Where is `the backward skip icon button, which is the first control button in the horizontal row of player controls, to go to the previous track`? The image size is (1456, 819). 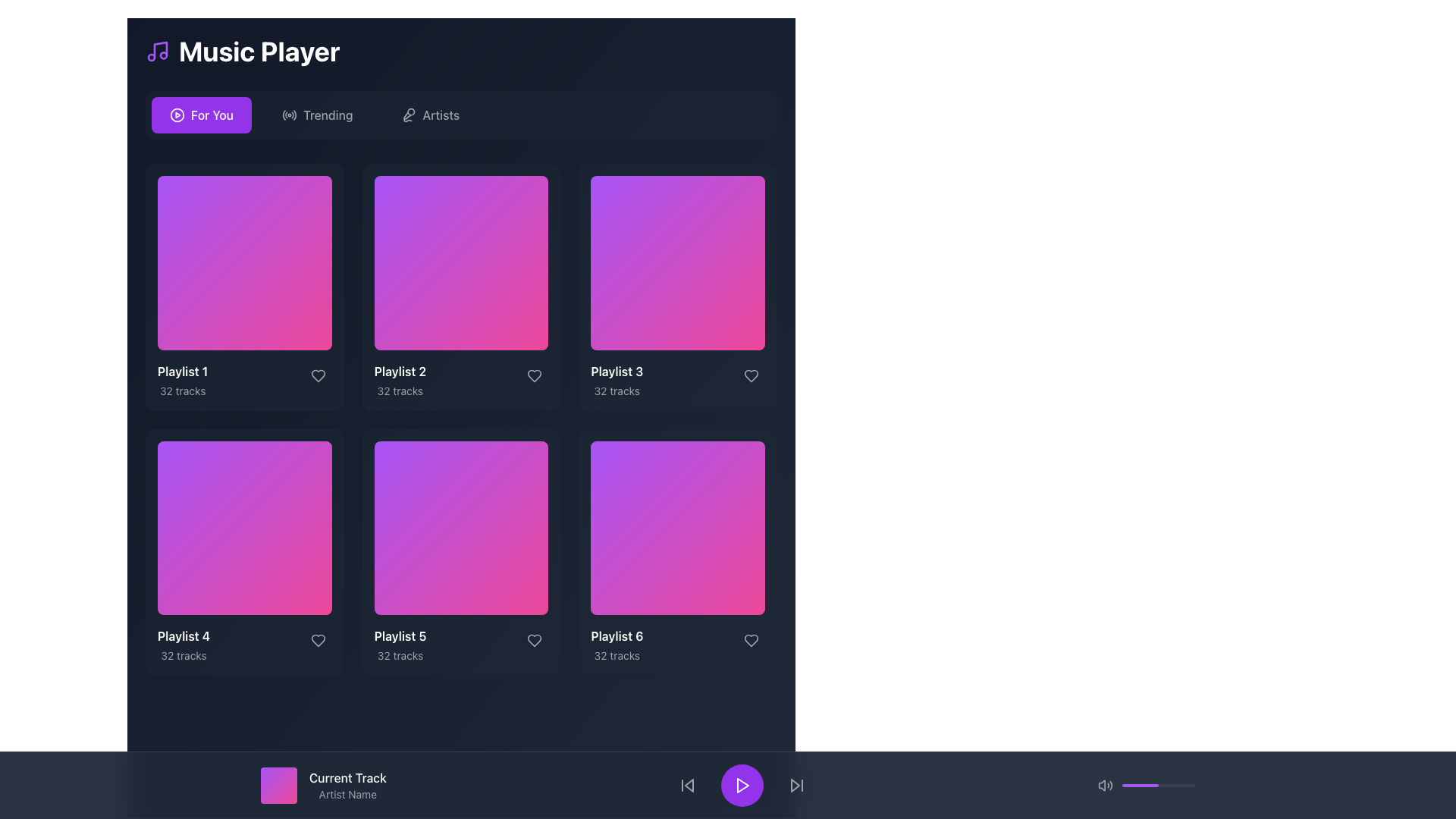 the backward skip icon button, which is the first control button in the horizontal row of player controls, to go to the previous track is located at coordinates (686, 785).